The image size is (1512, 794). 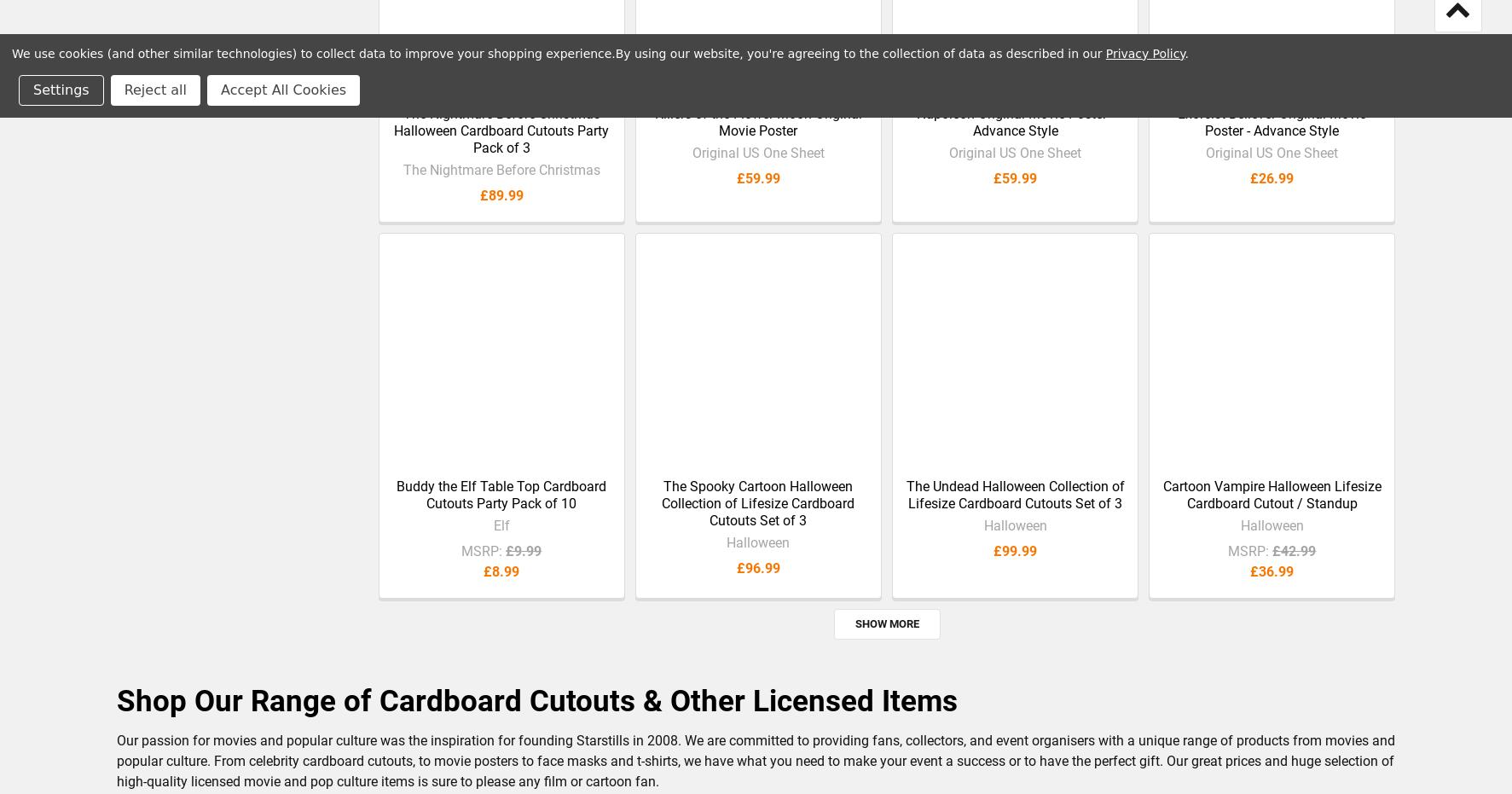 What do you see at coordinates (915, 135) in the screenshot?
I see `'Napoleon Original Movie Poster - Advance Style'` at bounding box center [915, 135].